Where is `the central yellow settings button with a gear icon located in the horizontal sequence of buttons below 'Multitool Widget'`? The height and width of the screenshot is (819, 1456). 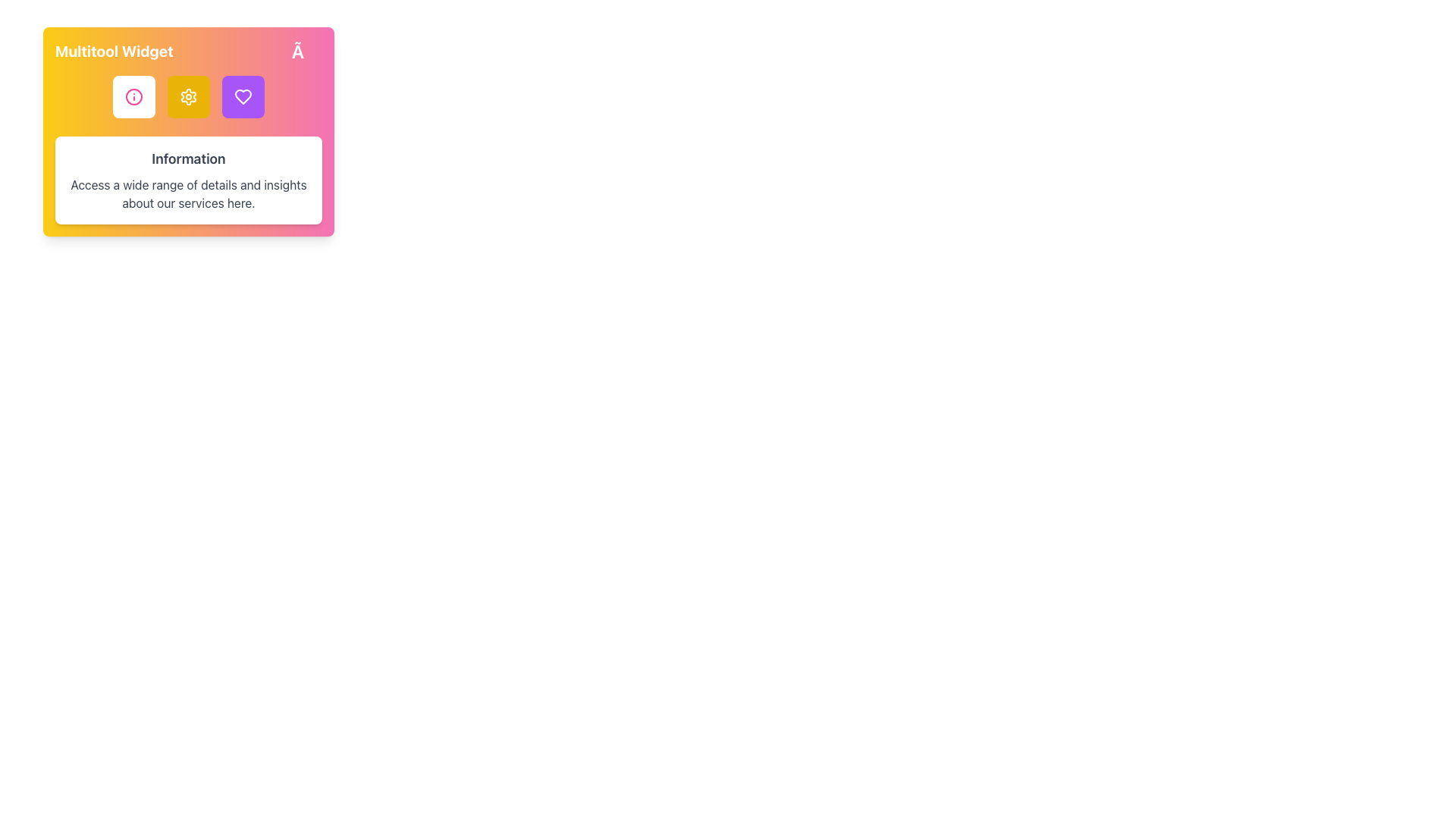
the central yellow settings button with a gear icon located in the horizontal sequence of buttons below 'Multitool Widget' is located at coordinates (188, 96).